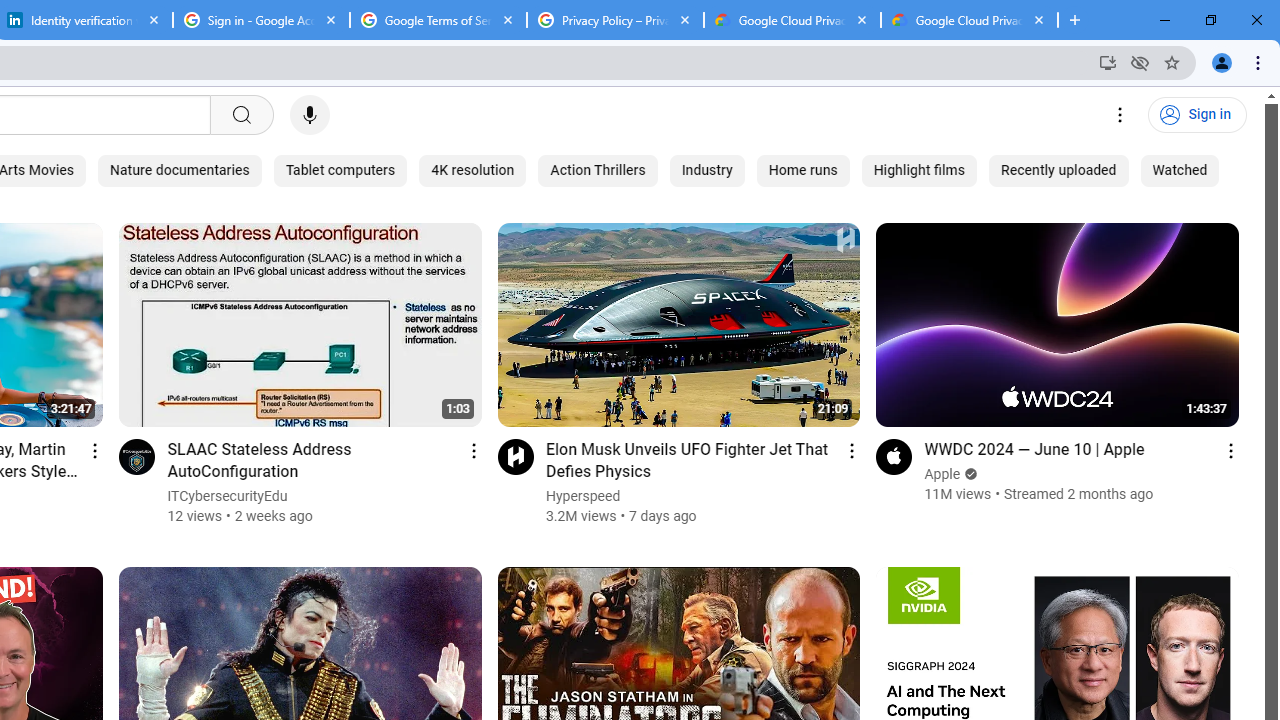 Image resolution: width=1280 pixels, height=720 pixels. I want to click on 'Home runs', so click(803, 170).